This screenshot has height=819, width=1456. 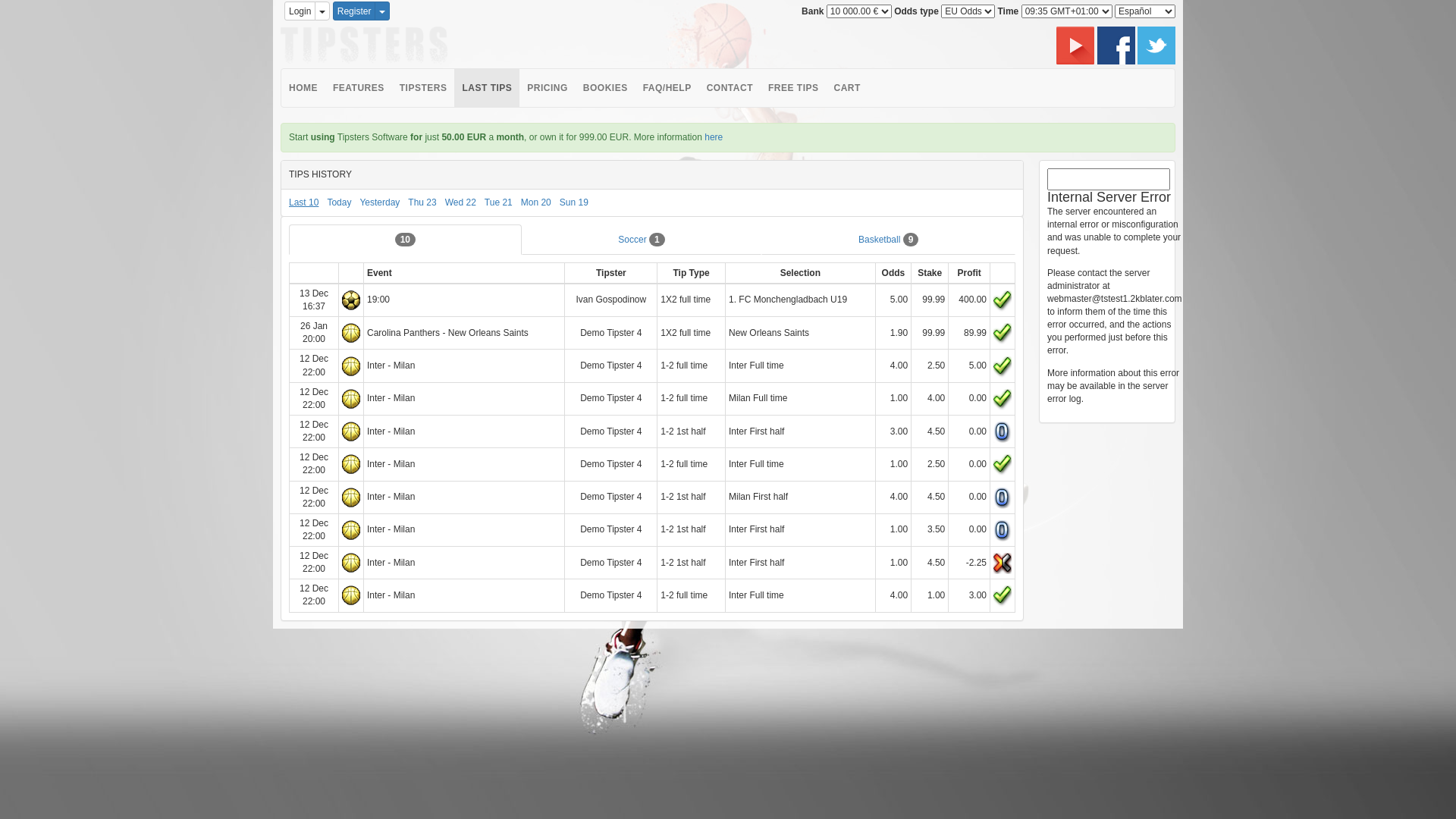 I want to click on ' on Facebook', so click(x=1117, y=43).